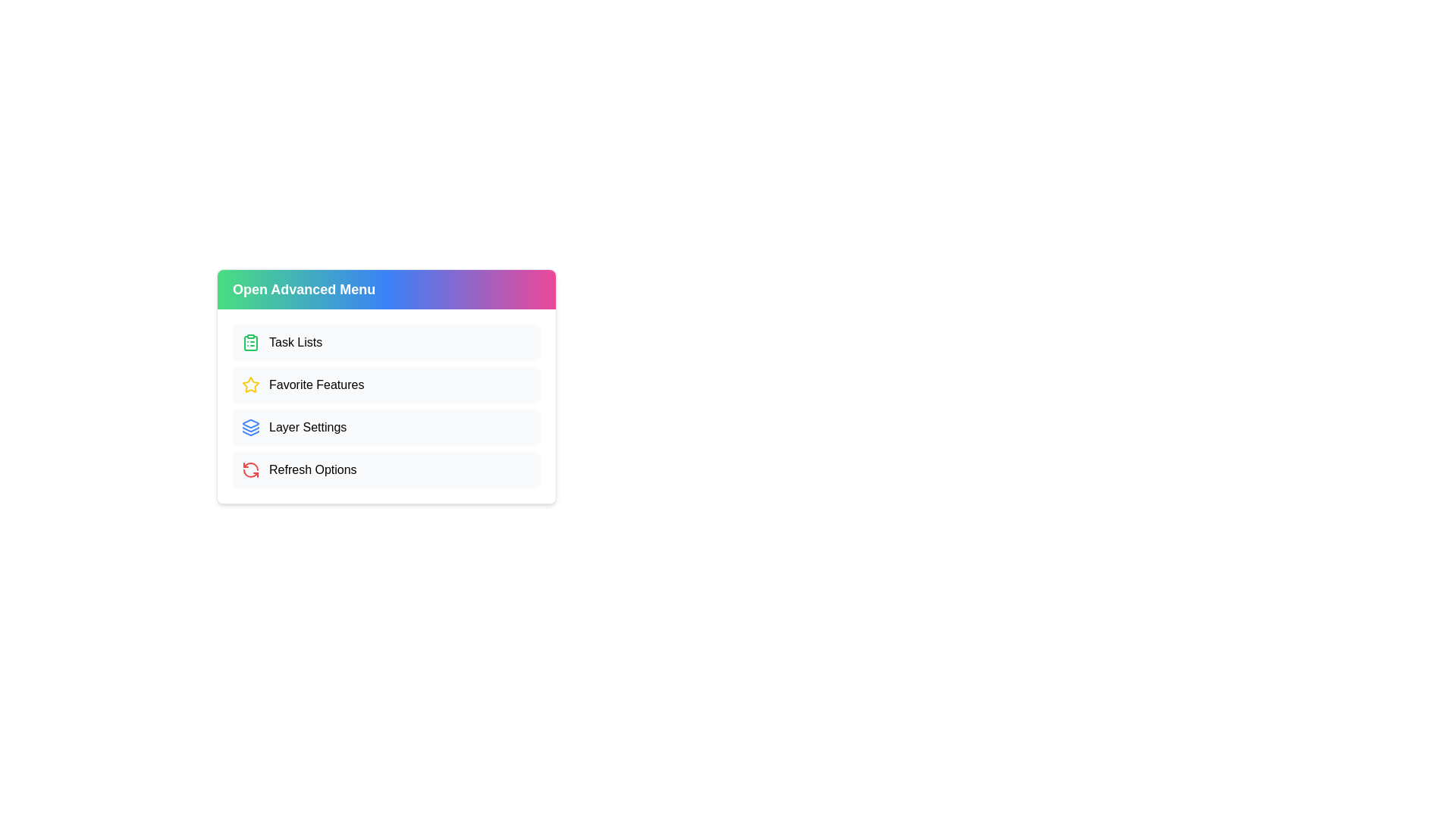 The width and height of the screenshot is (1456, 819). Describe the element at coordinates (386, 469) in the screenshot. I see `the 'Refresh Options' menu item` at that location.